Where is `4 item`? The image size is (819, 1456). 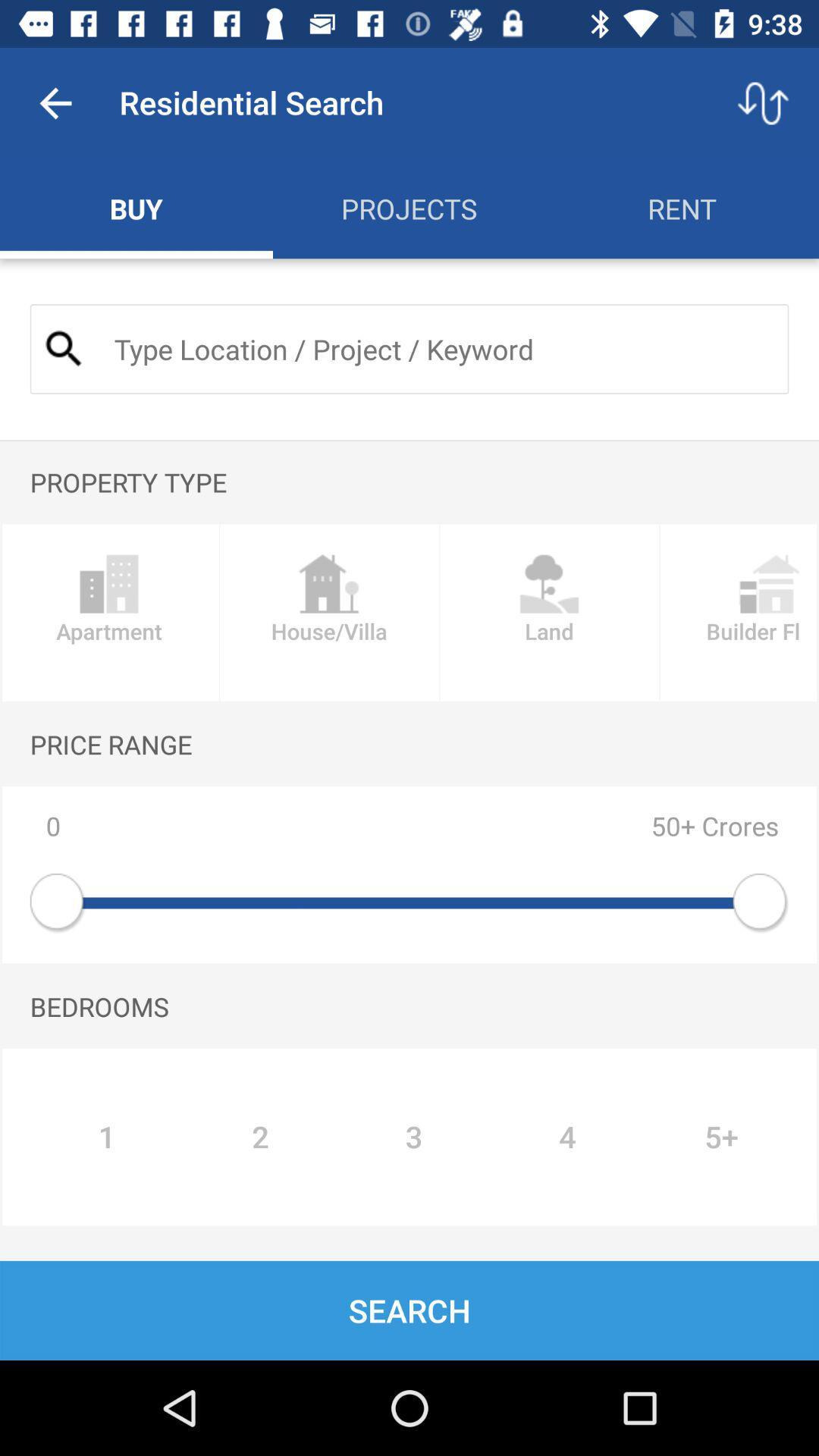
4 item is located at coordinates (567, 1137).